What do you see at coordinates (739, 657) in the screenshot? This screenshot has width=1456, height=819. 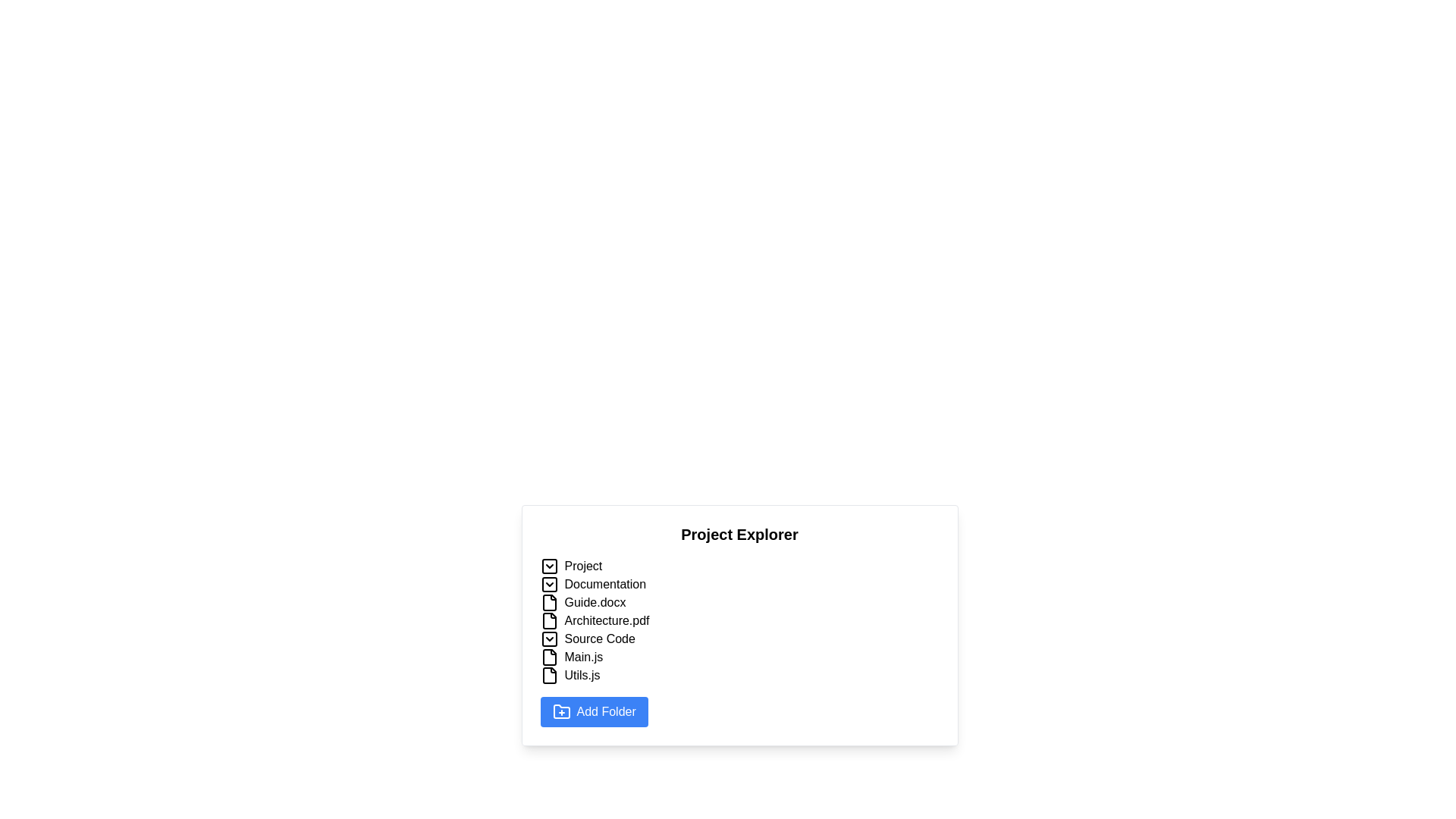 I see `to open the 'Source Code' folder, which is the fourth main folder` at bounding box center [739, 657].